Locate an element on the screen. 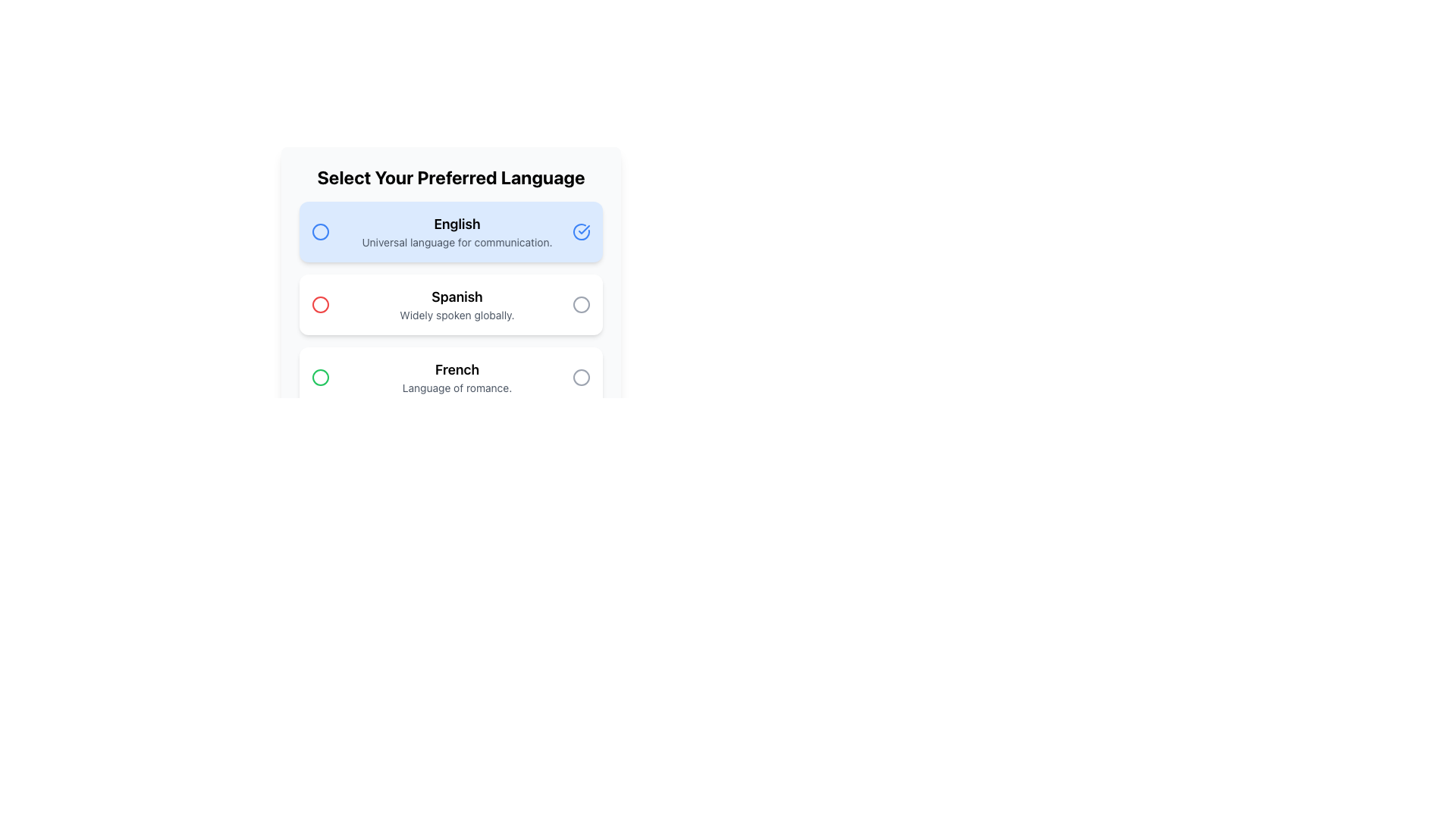 This screenshot has width=1456, height=819. the symbolic icon located to the left of the text 'Spanish' and the description 'Widely spoken globally', which marks the item as selected or indicates its relevance is located at coordinates (319, 304).